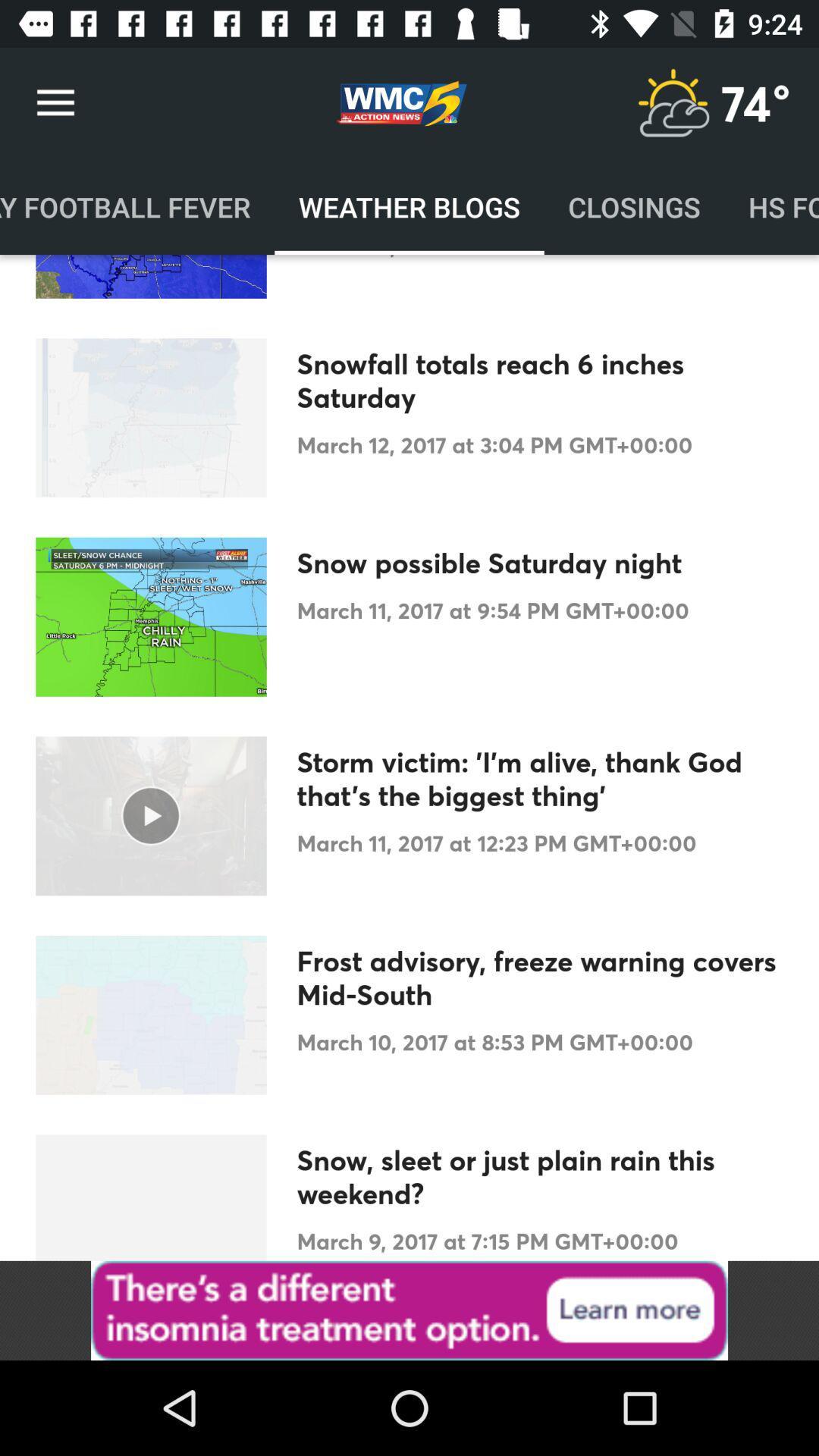  I want to click on weather, so click(672, 102).